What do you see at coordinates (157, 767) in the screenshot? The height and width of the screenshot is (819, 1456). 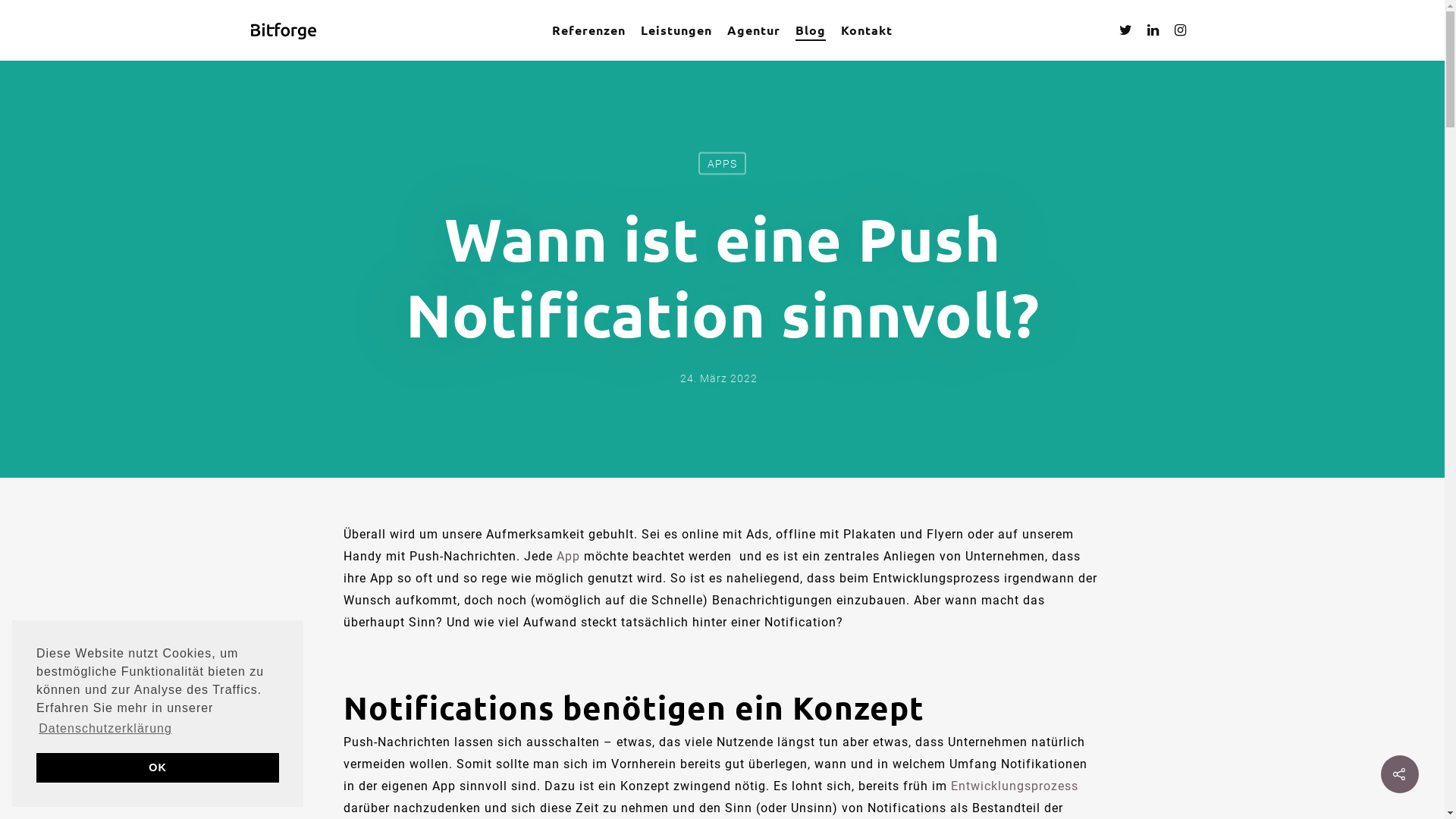 I see `'OK'` at bounding box center [157, 767].